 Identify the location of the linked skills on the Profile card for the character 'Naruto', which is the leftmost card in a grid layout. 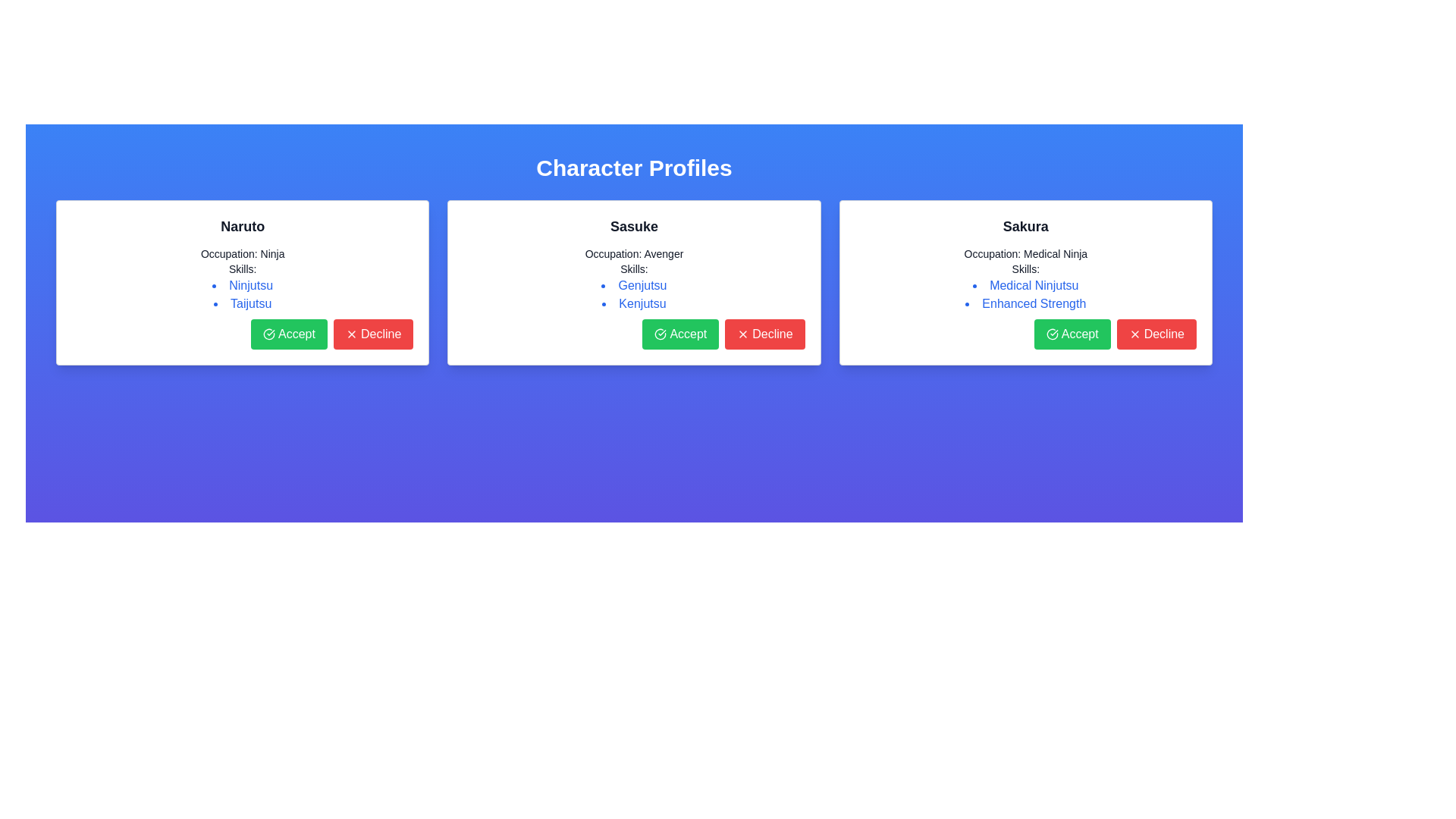
(243, 283).